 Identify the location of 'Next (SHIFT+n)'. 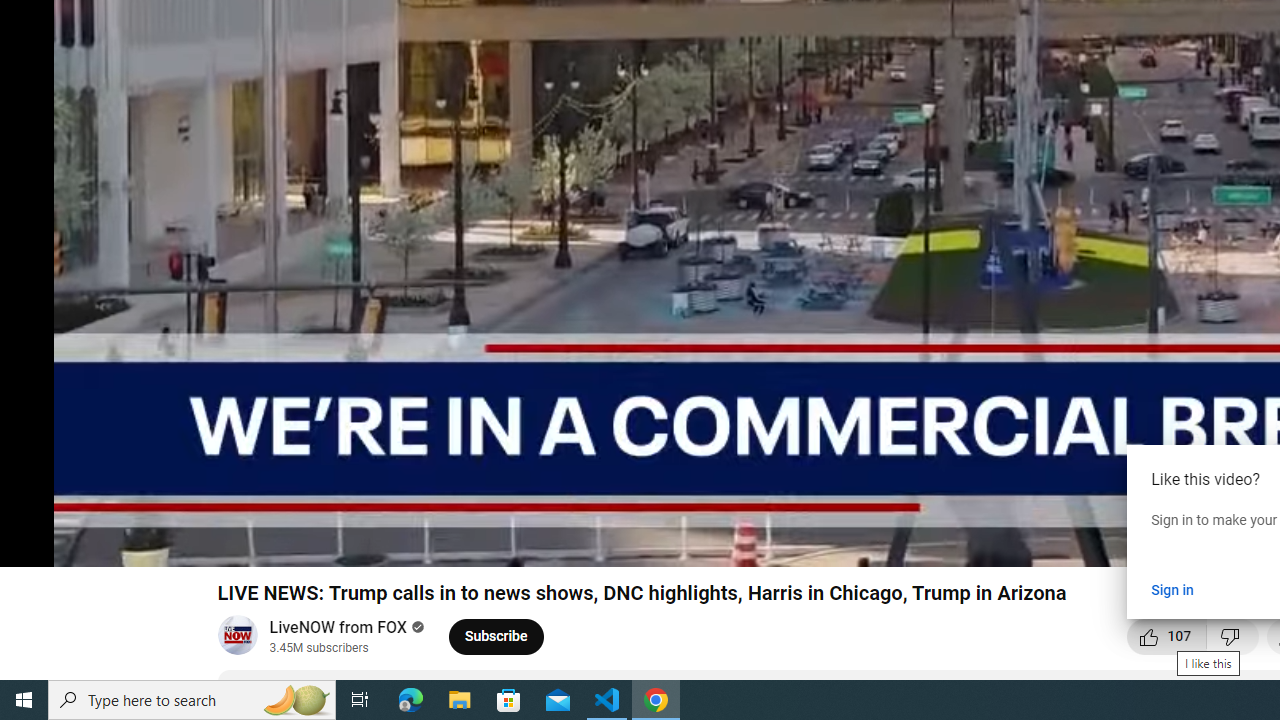
(80, 543).